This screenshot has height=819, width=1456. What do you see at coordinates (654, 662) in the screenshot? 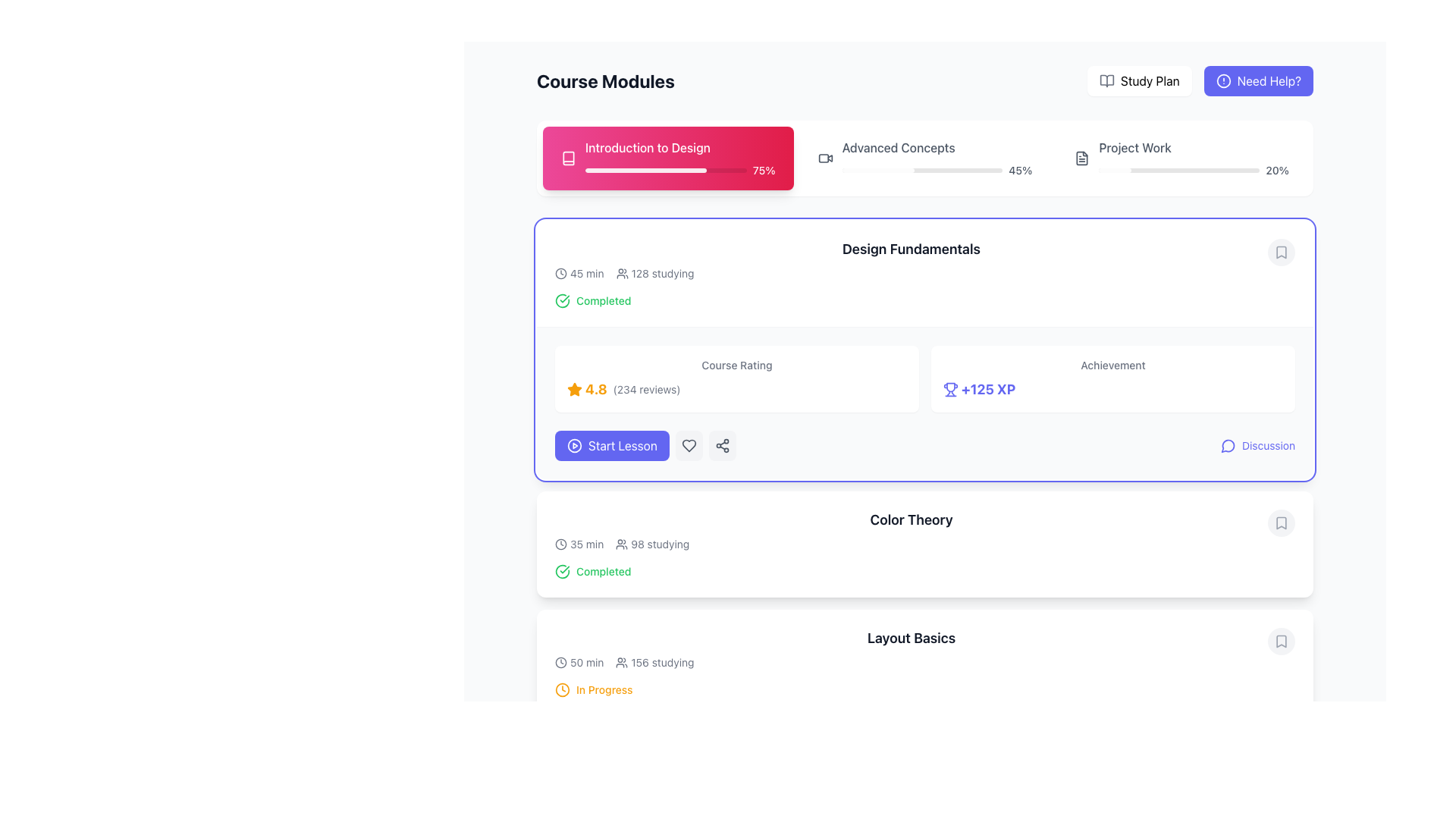
I see `text displayed on the label with an icon indicating the number of participants engaged in the 'Layout Basics' course module, located to the right of the '50 min' text` at bounding box center [654, 662].